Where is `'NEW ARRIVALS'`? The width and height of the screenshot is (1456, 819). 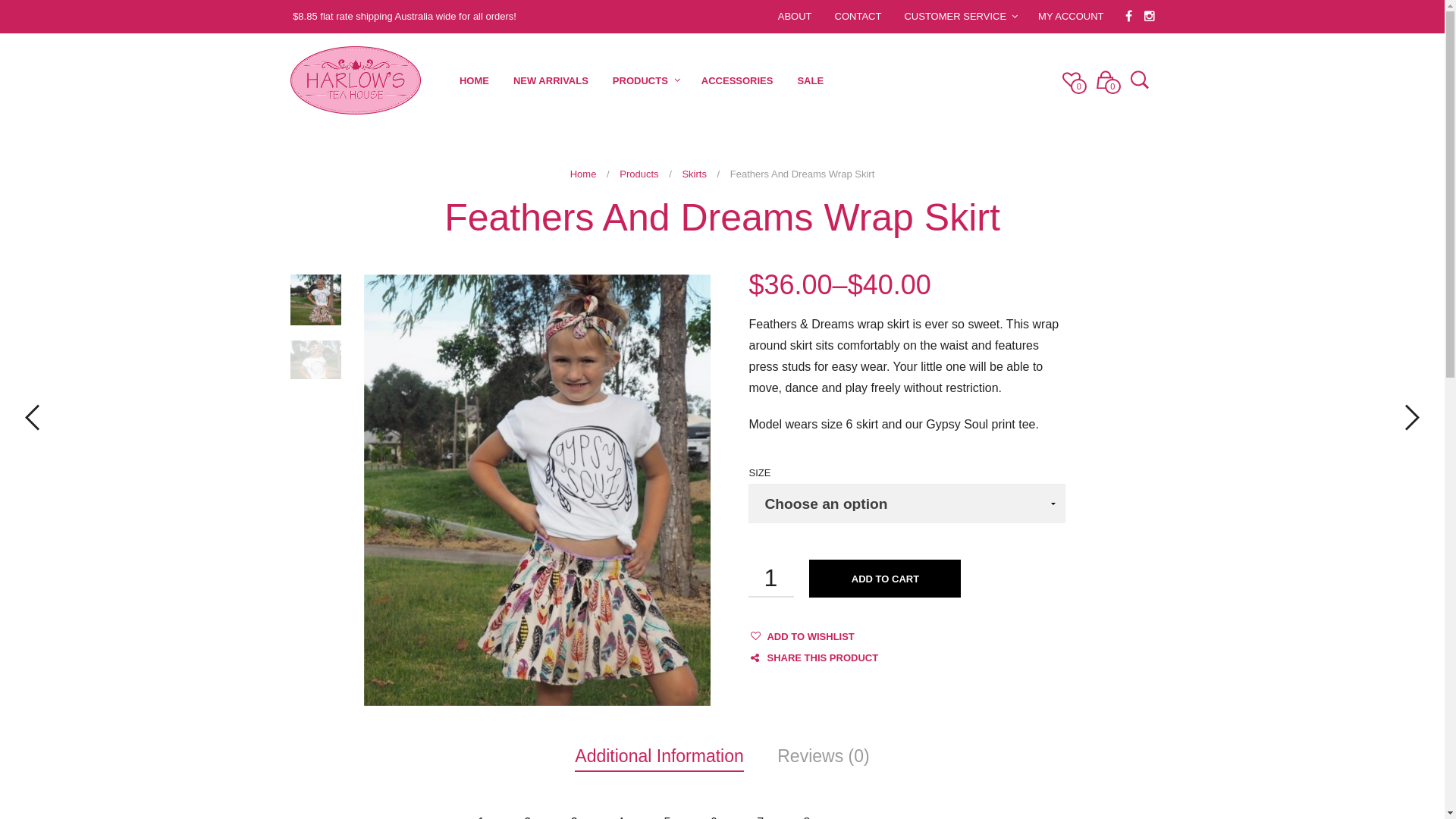
'NEW ARRIVALS' is located at coordinates (501, 80).